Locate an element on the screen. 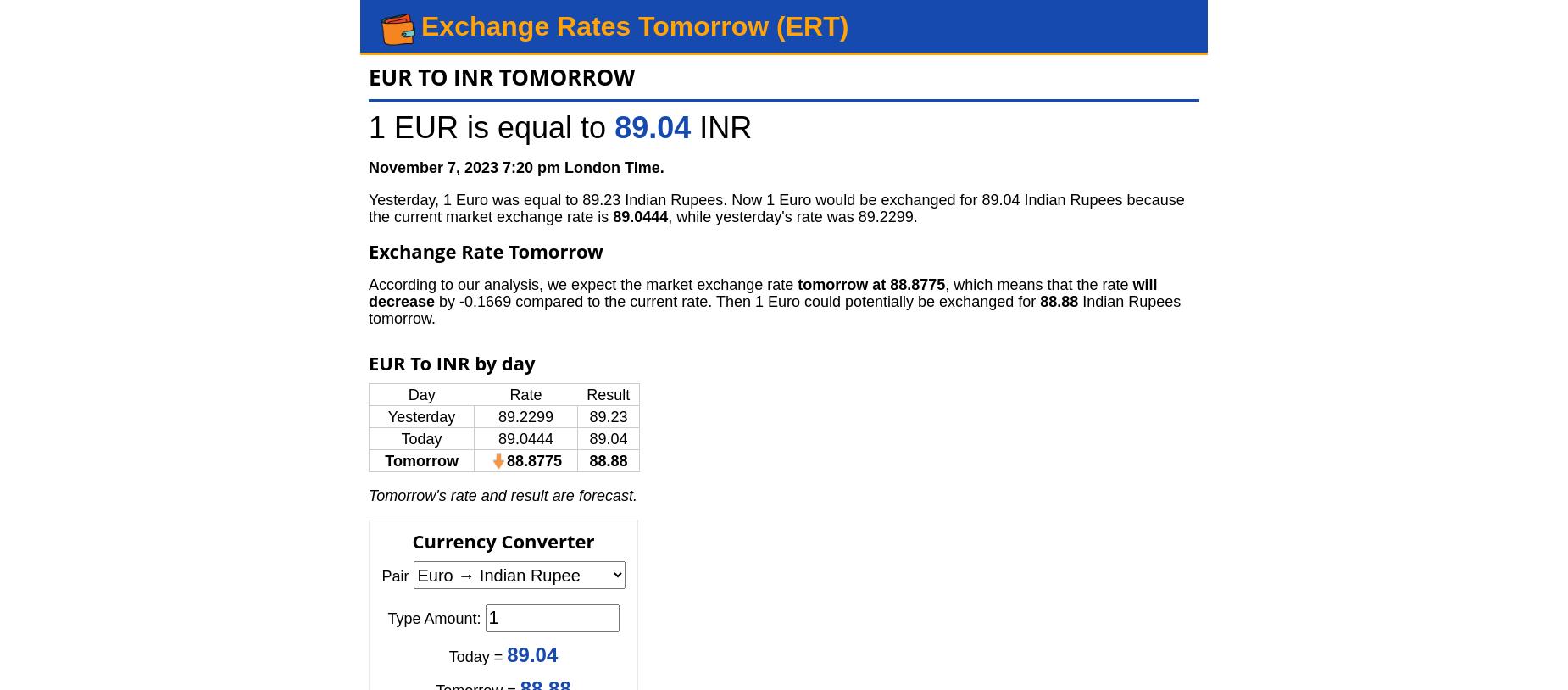 The image size is (1568, 690). 'Day' is located at coordinates (408, 393).